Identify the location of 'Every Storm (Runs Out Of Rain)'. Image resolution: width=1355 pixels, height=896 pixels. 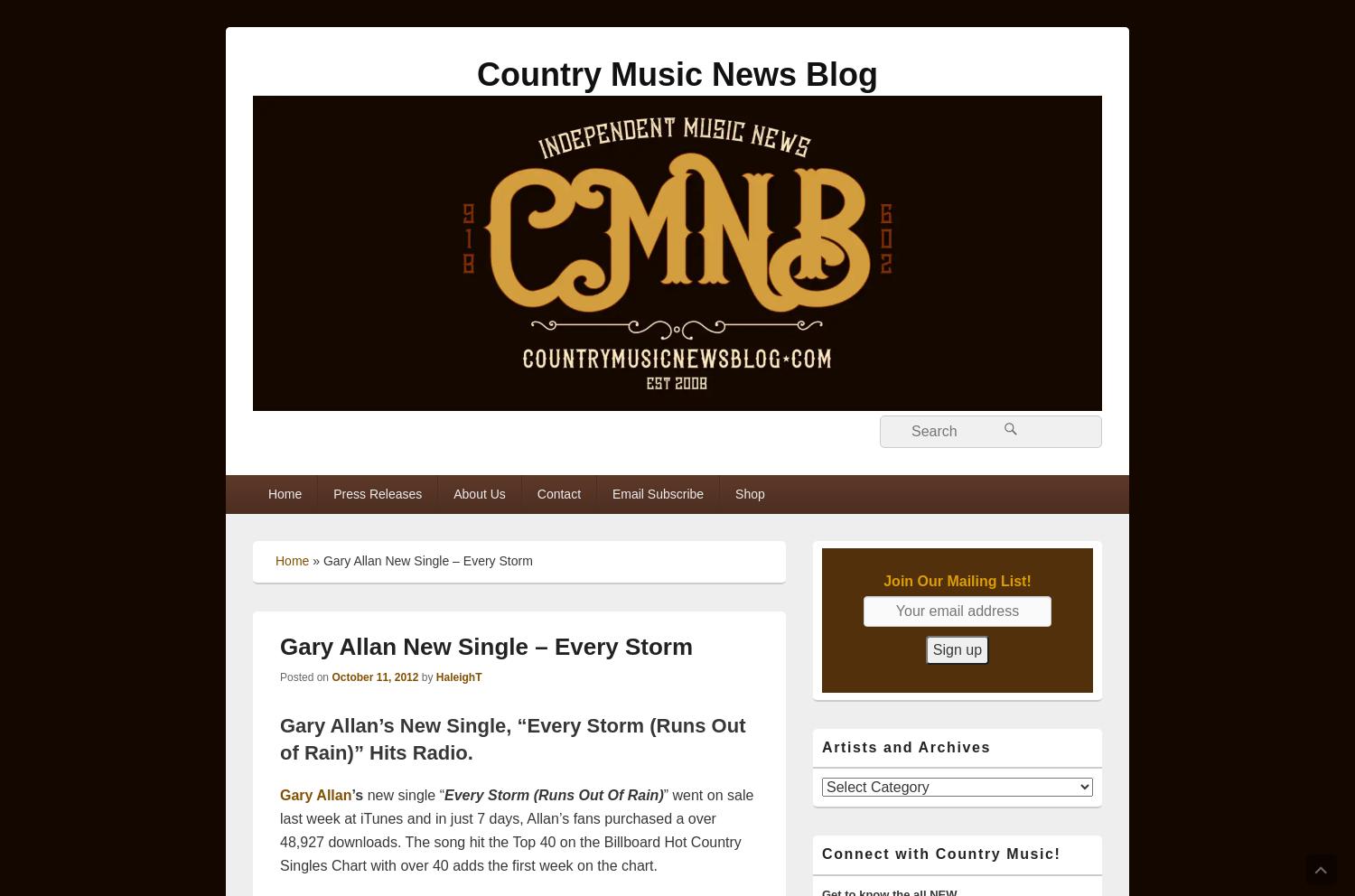
(444, 795).